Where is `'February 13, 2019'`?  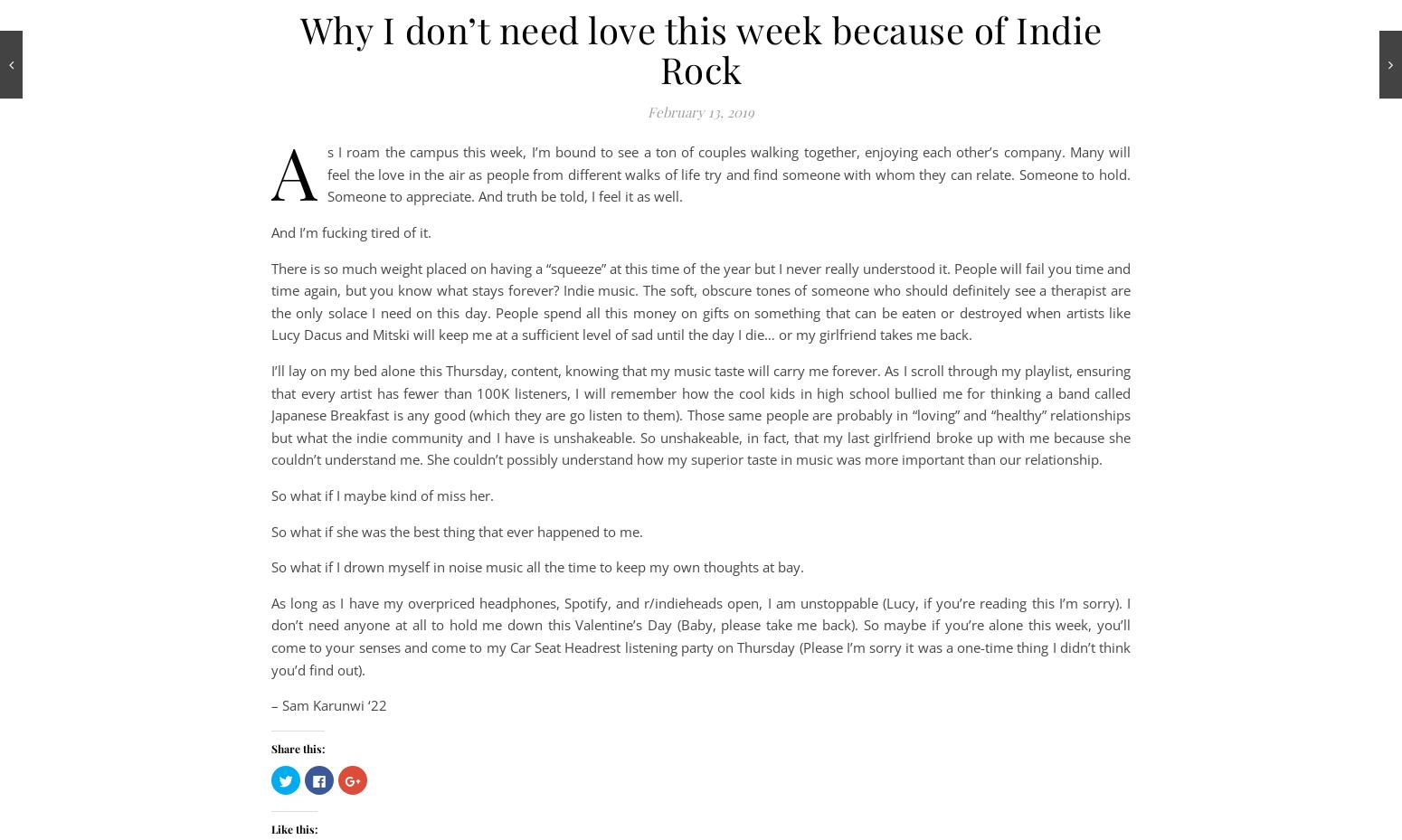
'February 13, 2019' is located at coordinates (701, 110).